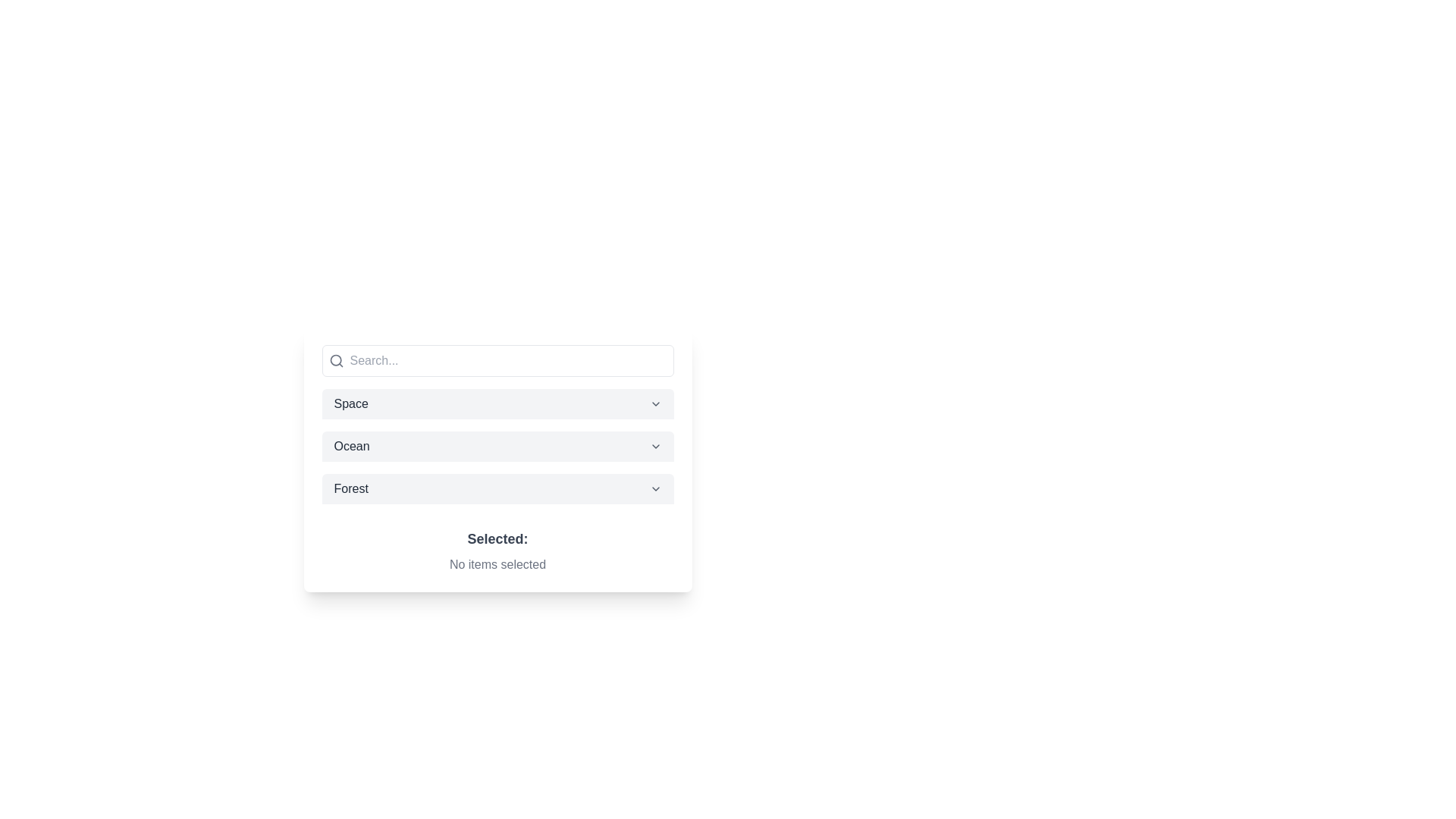  What do you see at coordinates (497, 544) in the screenshot?
I see `the Text display that indicates the current selection status, located at the bottom of a vertically stacked group of items within a card-like layout, beneath the selectable elements labeled 'Space,' 'Ocean,' and 'Forest.'` at bounding box center [497, 544].